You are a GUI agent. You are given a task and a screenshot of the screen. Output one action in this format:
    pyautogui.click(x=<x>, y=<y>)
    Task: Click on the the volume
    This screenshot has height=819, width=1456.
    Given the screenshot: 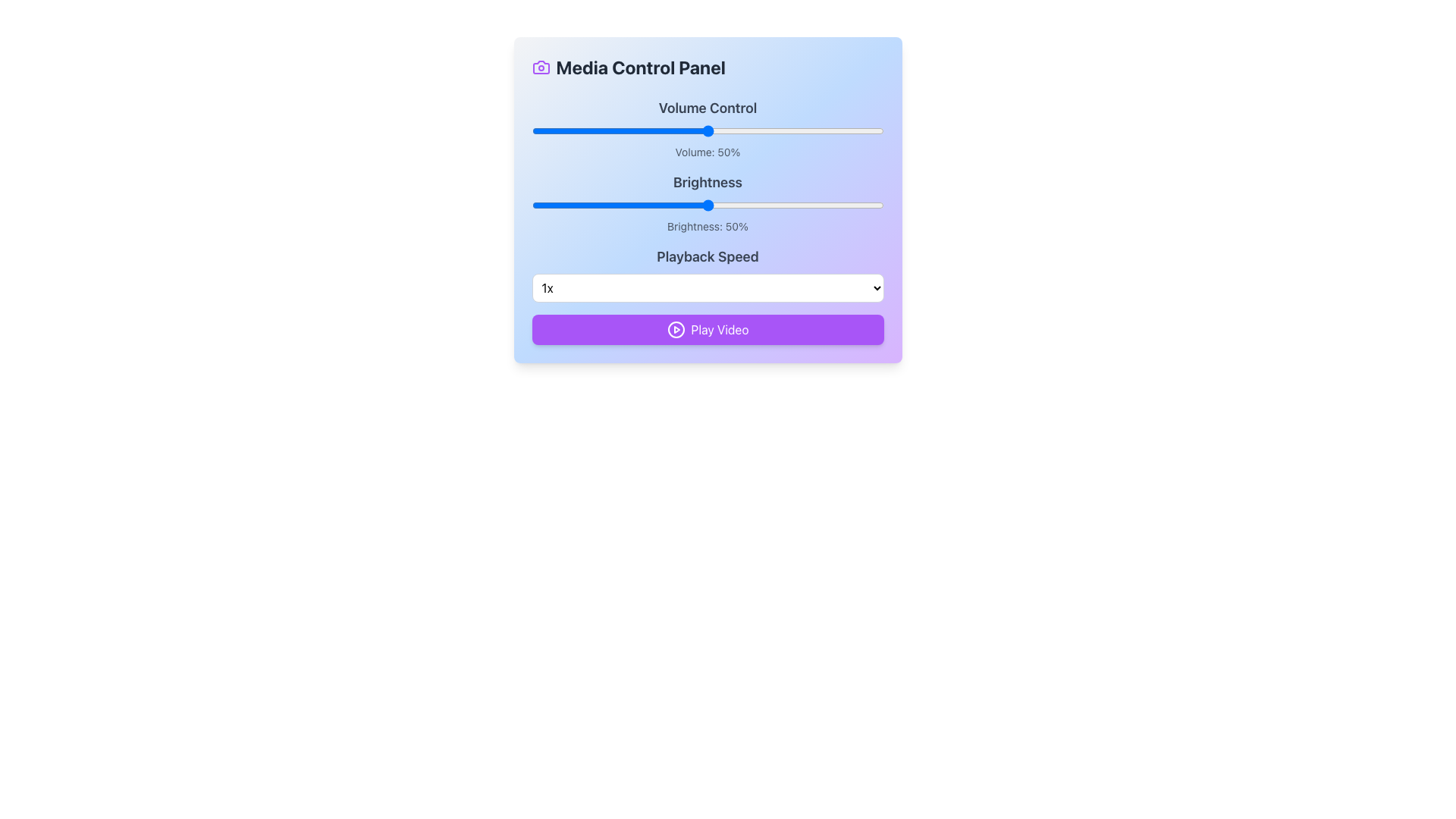 What is the action you would take?
    pyautogui.click(x=648, y=130)
    